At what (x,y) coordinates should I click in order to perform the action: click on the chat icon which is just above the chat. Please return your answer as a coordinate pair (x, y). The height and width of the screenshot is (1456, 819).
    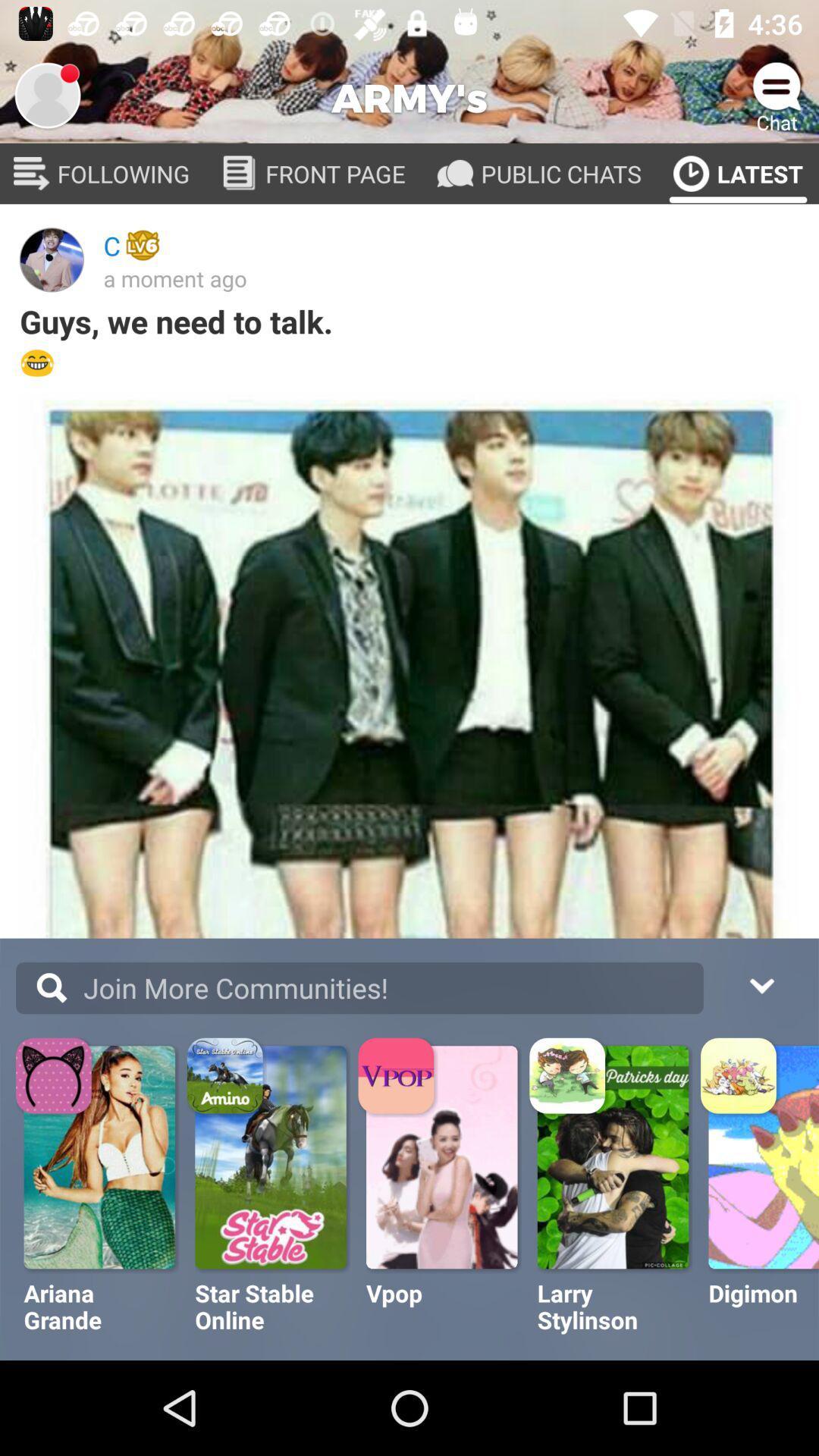
    Looking at the image, I should click on (777, 86).